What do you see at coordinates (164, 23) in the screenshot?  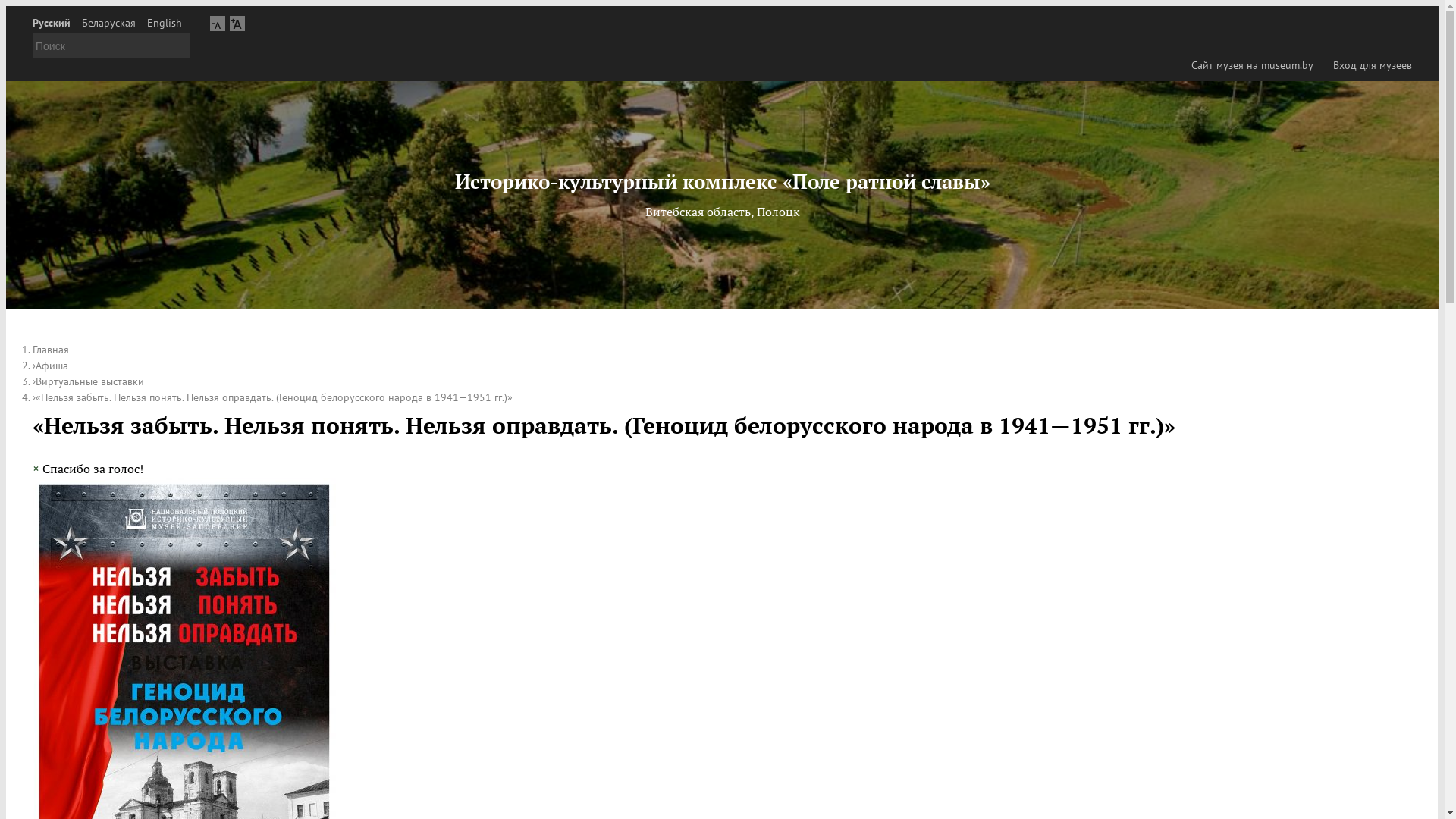 I see `'English'` at bounding box center [164, 23].